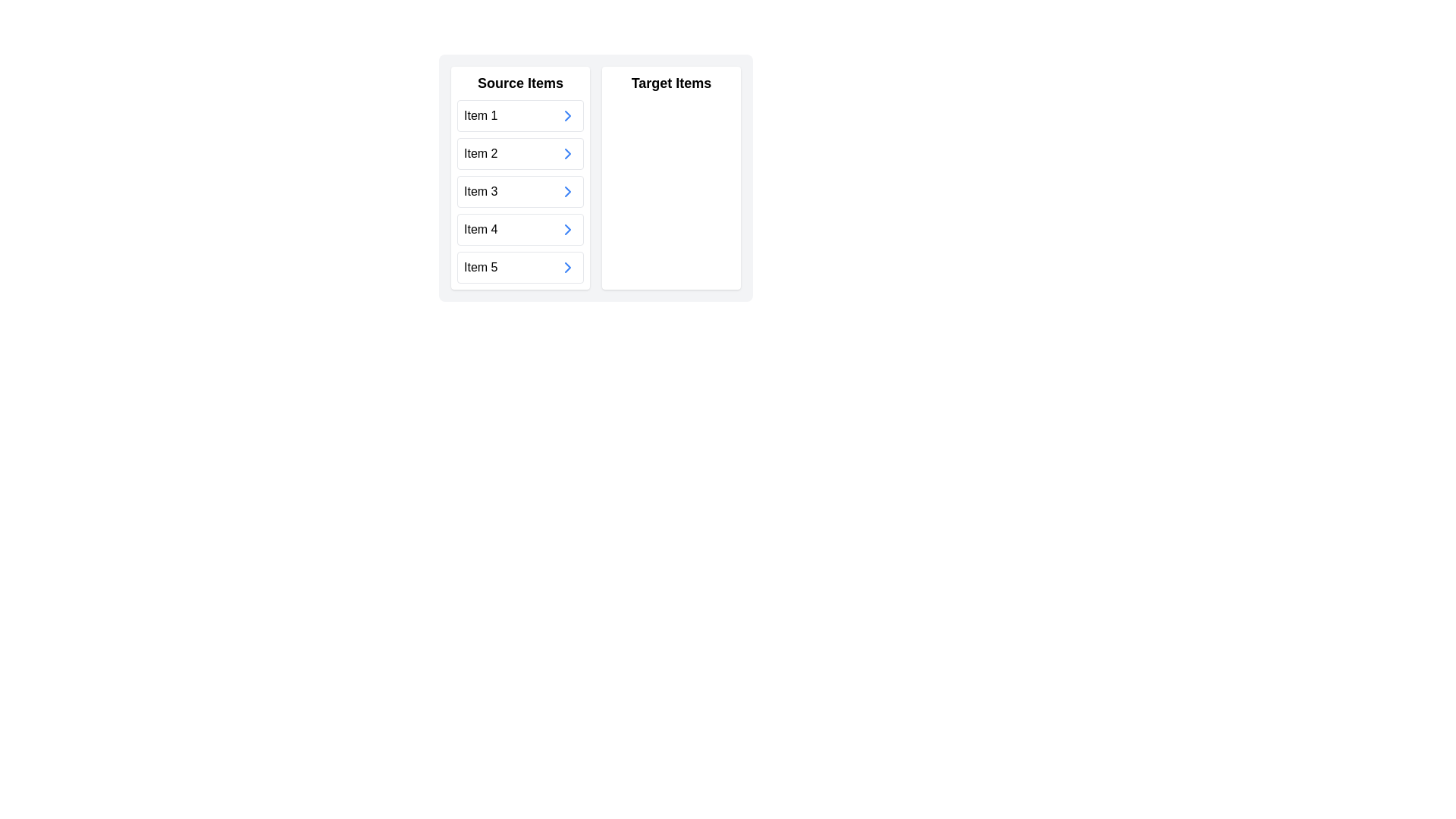  What do you see at coordinates (566, 191) in the screenshot?
I see `the rightward-facing arrow icon inside the 'Item 3' row` at bounding box center [566, 191].